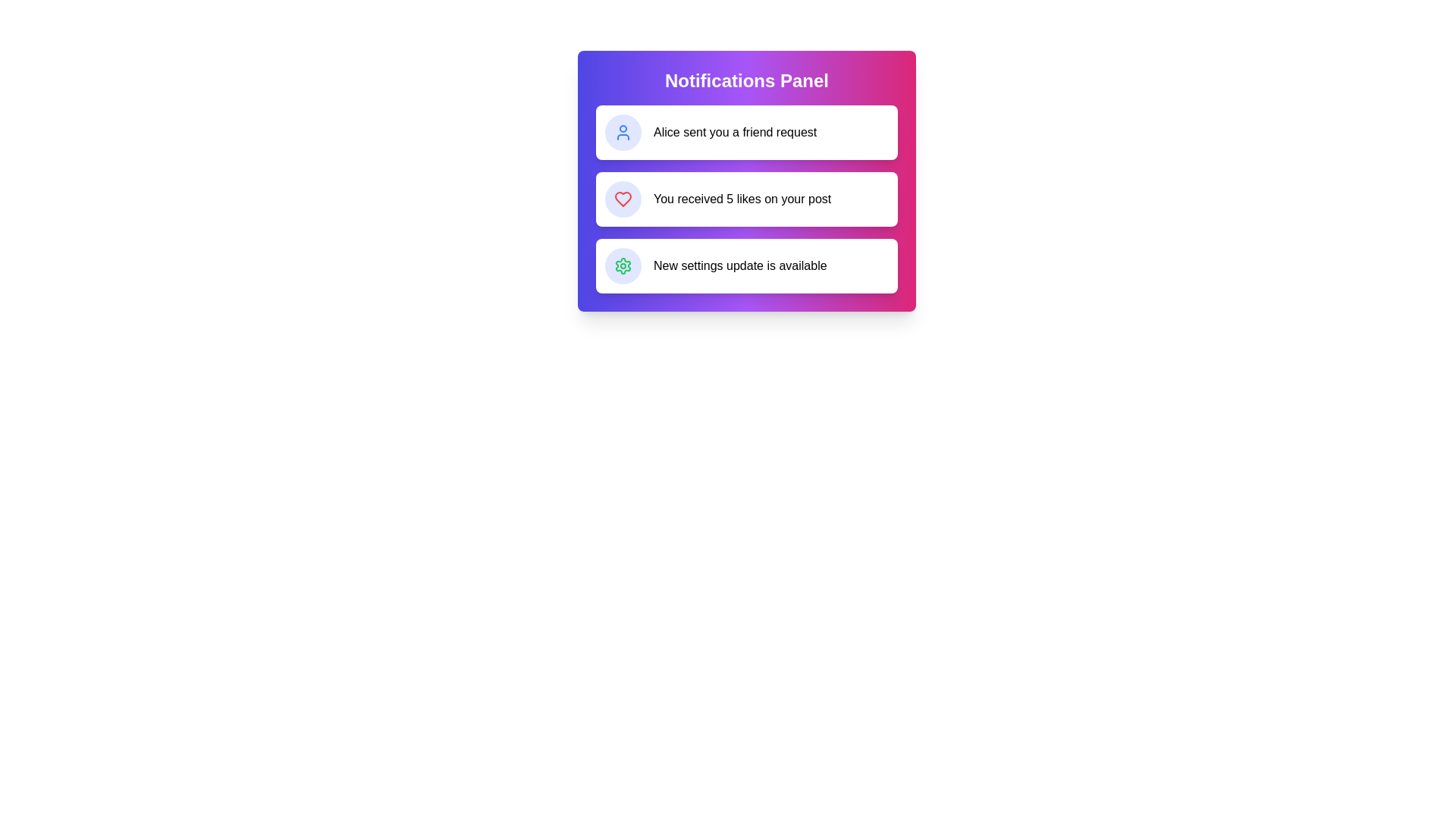 Image resolution: width=1456 pixels, height=819 pixels. Describe the element at coordinates (746, 180) in the screenshot. I see `the stylized rectangular notification panel located in the center of the webpage` at that location.